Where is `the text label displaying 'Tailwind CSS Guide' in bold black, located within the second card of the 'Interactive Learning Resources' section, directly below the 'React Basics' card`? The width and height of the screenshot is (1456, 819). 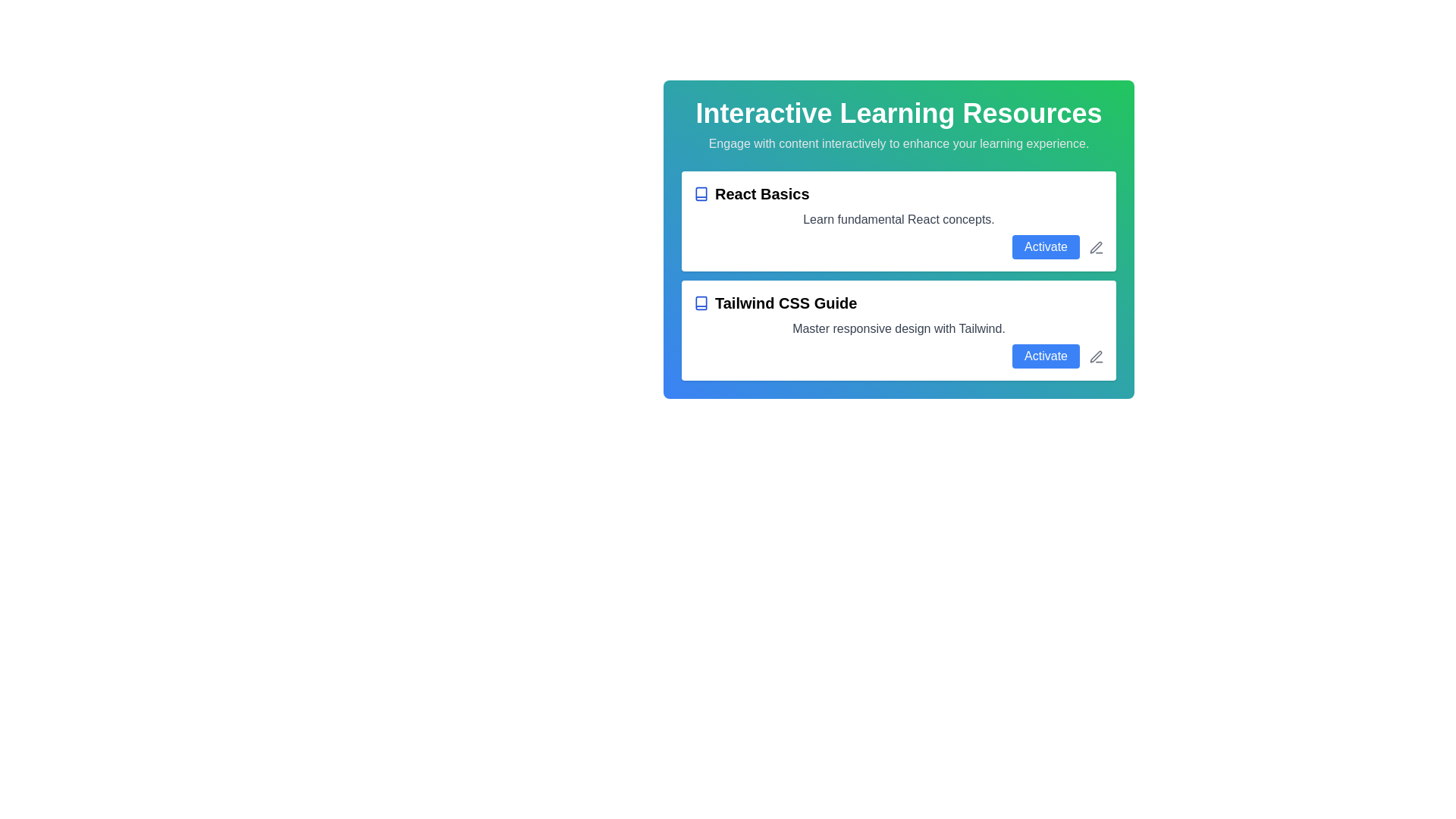
the text label displaying 'Tailwind CSS Guide' in bold black, located within the second card of the 'Interactive Learning Resources' section, directly below the 'React Basics' card is located at coordinates (786, 303).